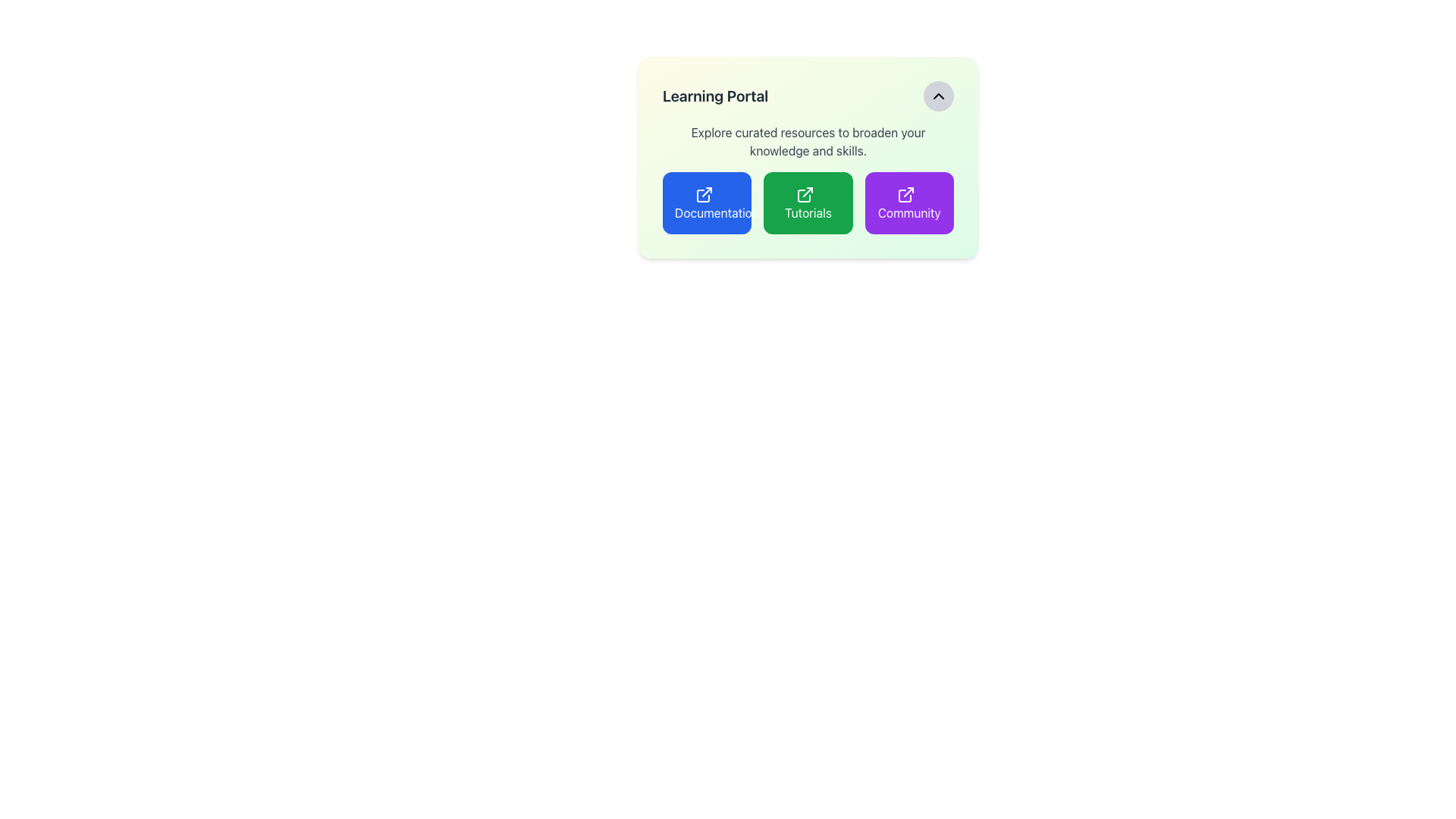 The image size is (1456, 819). Describe the element at coordinates (803, 195) in the screenshot. I see `the 'Tutorials' icon located at the bottom of the green box in the second row of buttons under the 'Learning Portal' heading to follow the associated link` at that location.